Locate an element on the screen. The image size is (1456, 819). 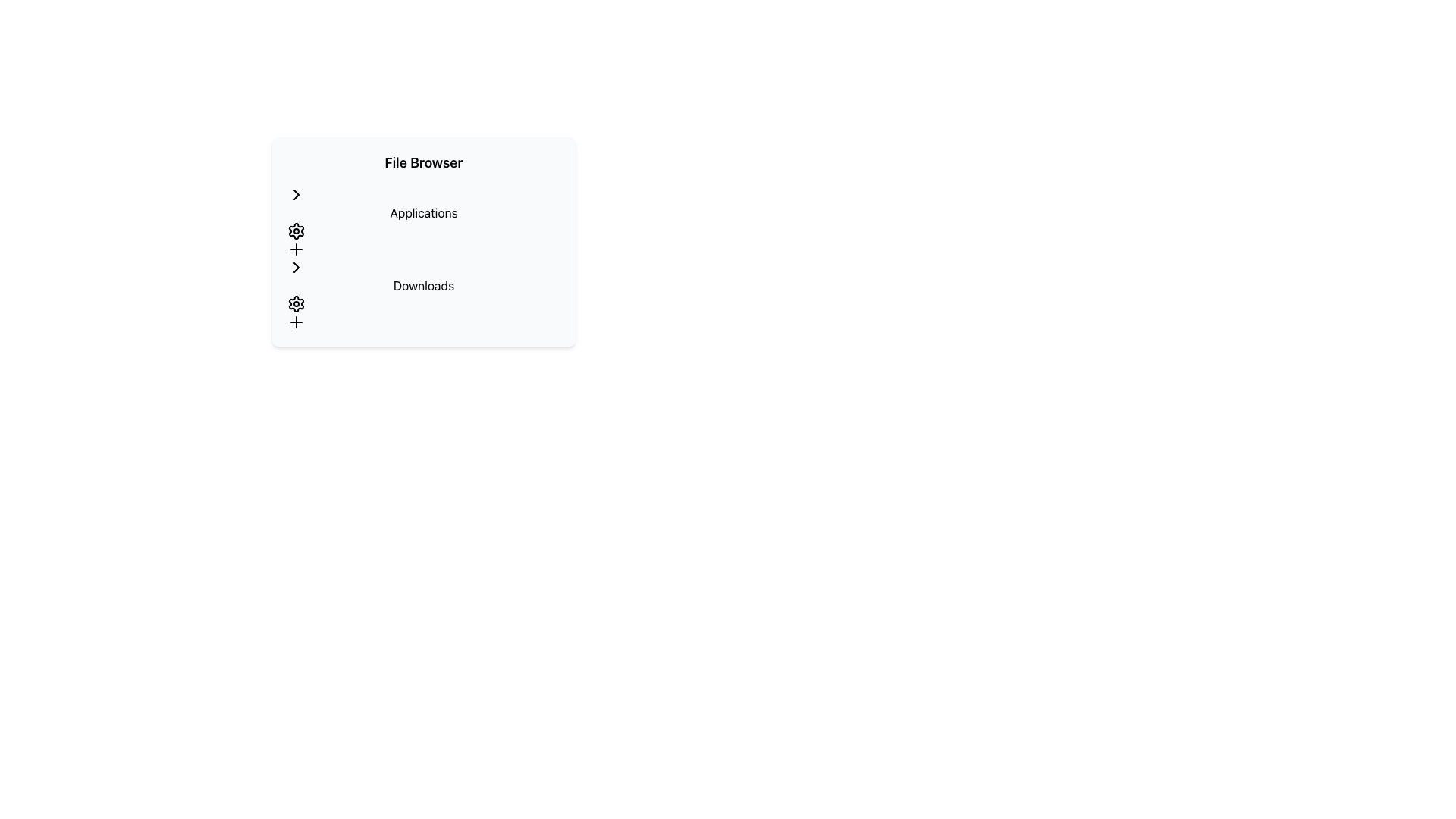
the first gear icon located in the vertical column on the left side of the card component is located at coordinates (296, 231).